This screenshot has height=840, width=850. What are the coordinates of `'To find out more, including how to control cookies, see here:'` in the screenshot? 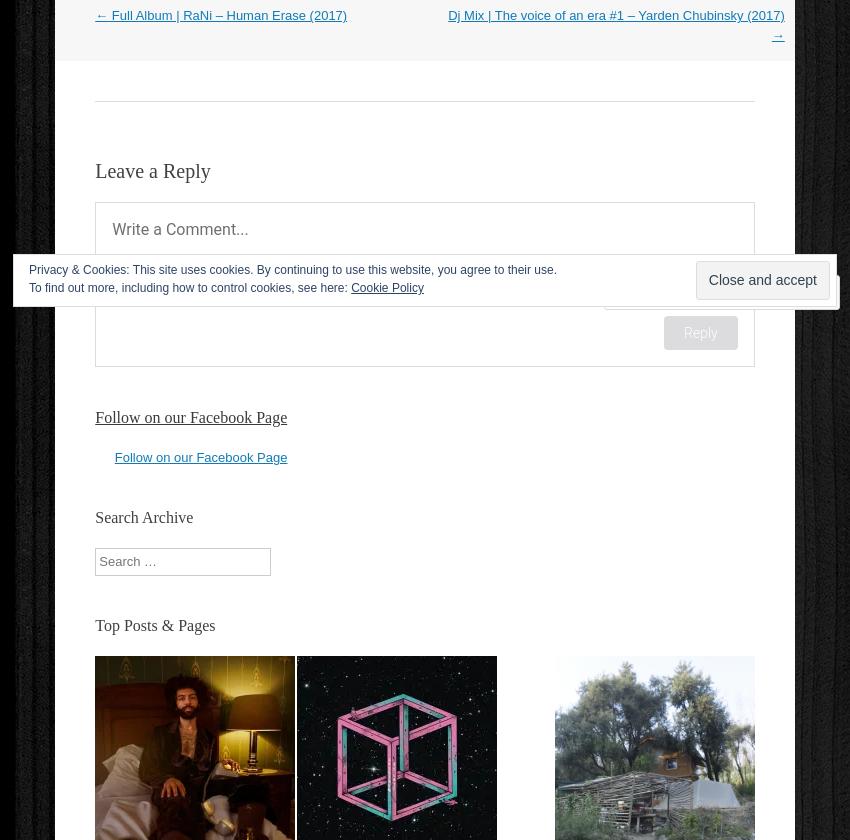 It's located at (188, 288).